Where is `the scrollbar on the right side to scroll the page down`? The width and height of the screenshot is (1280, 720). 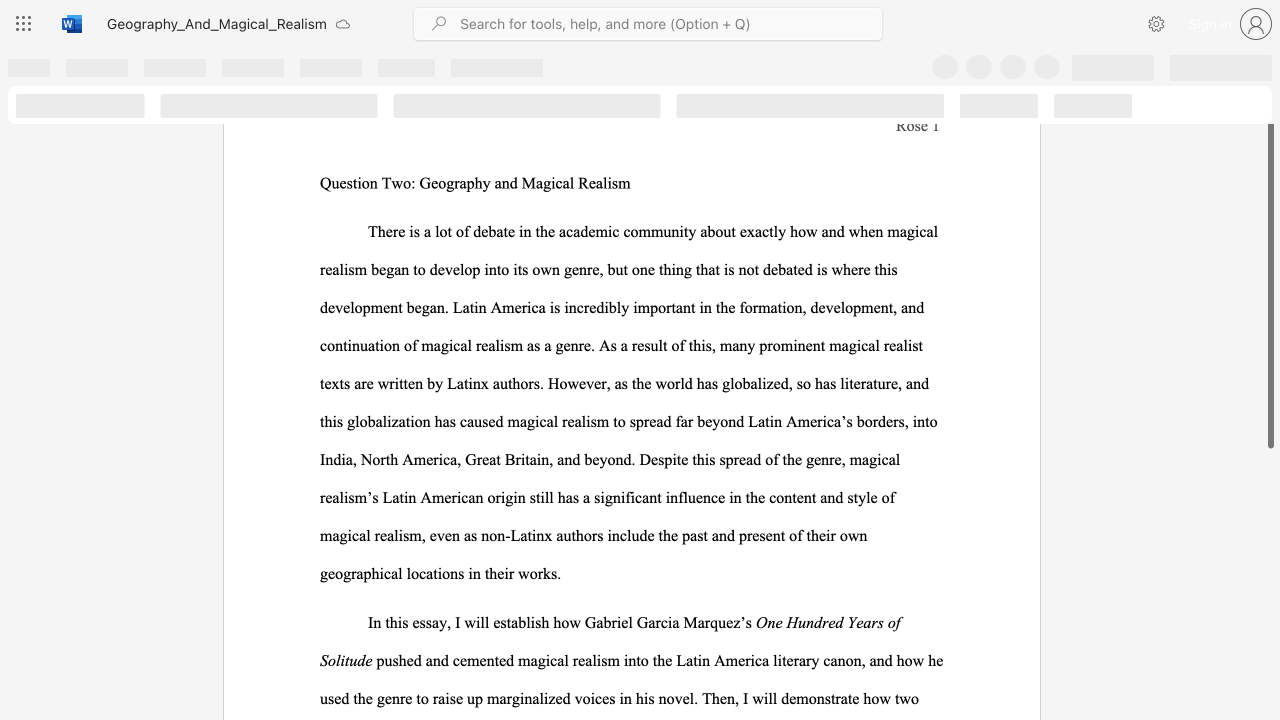 the scrollbar on the right side to scroll the page down is located at coordinates (1269, 490).